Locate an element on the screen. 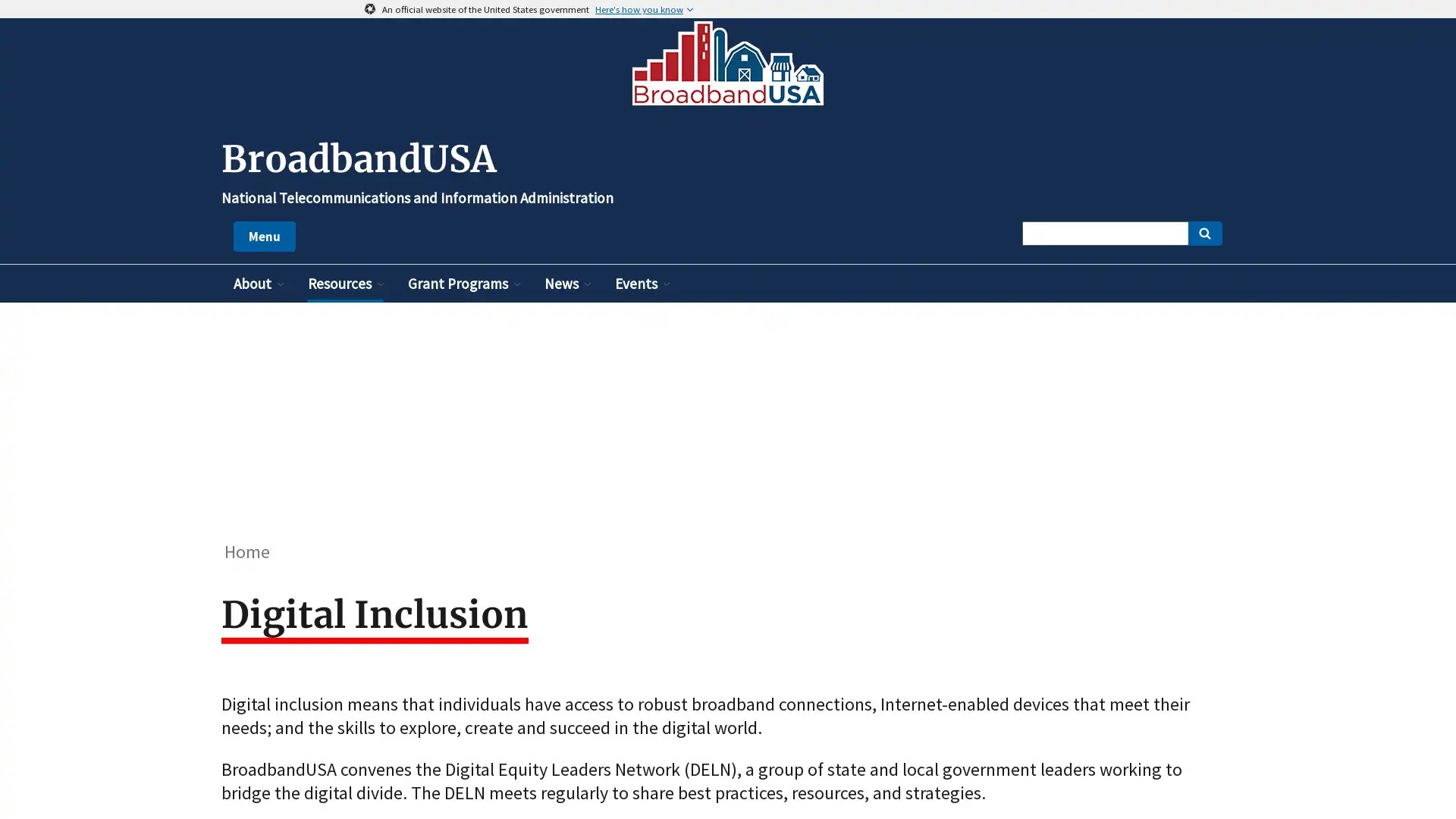 The image size is (1456, 819). Events is located at coordinates (642, 284).